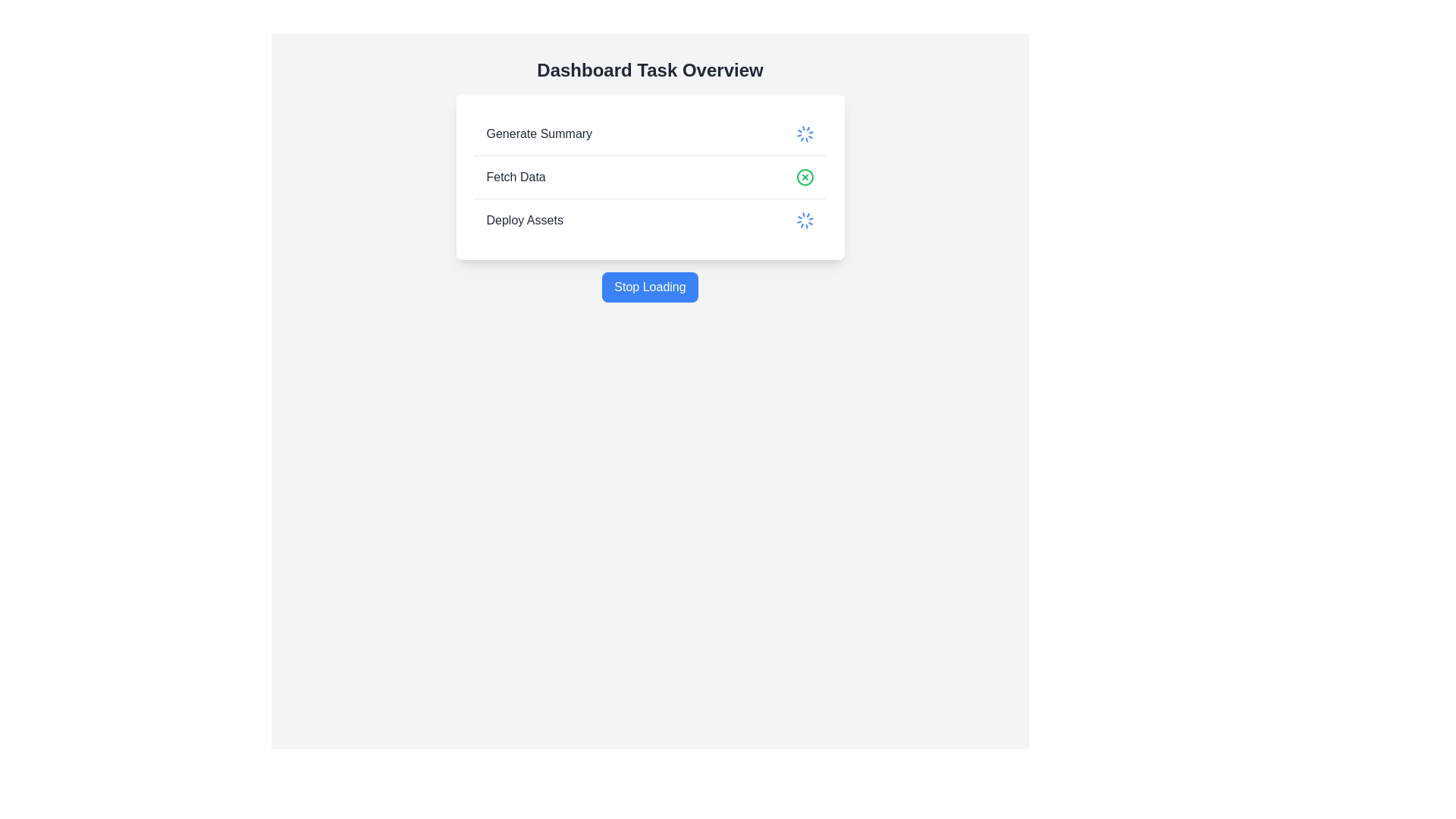  I want to click on the text label that indicates the purpose or activity type for a task at the top of the vertical list in the dashboard interface, so click(539, 133).